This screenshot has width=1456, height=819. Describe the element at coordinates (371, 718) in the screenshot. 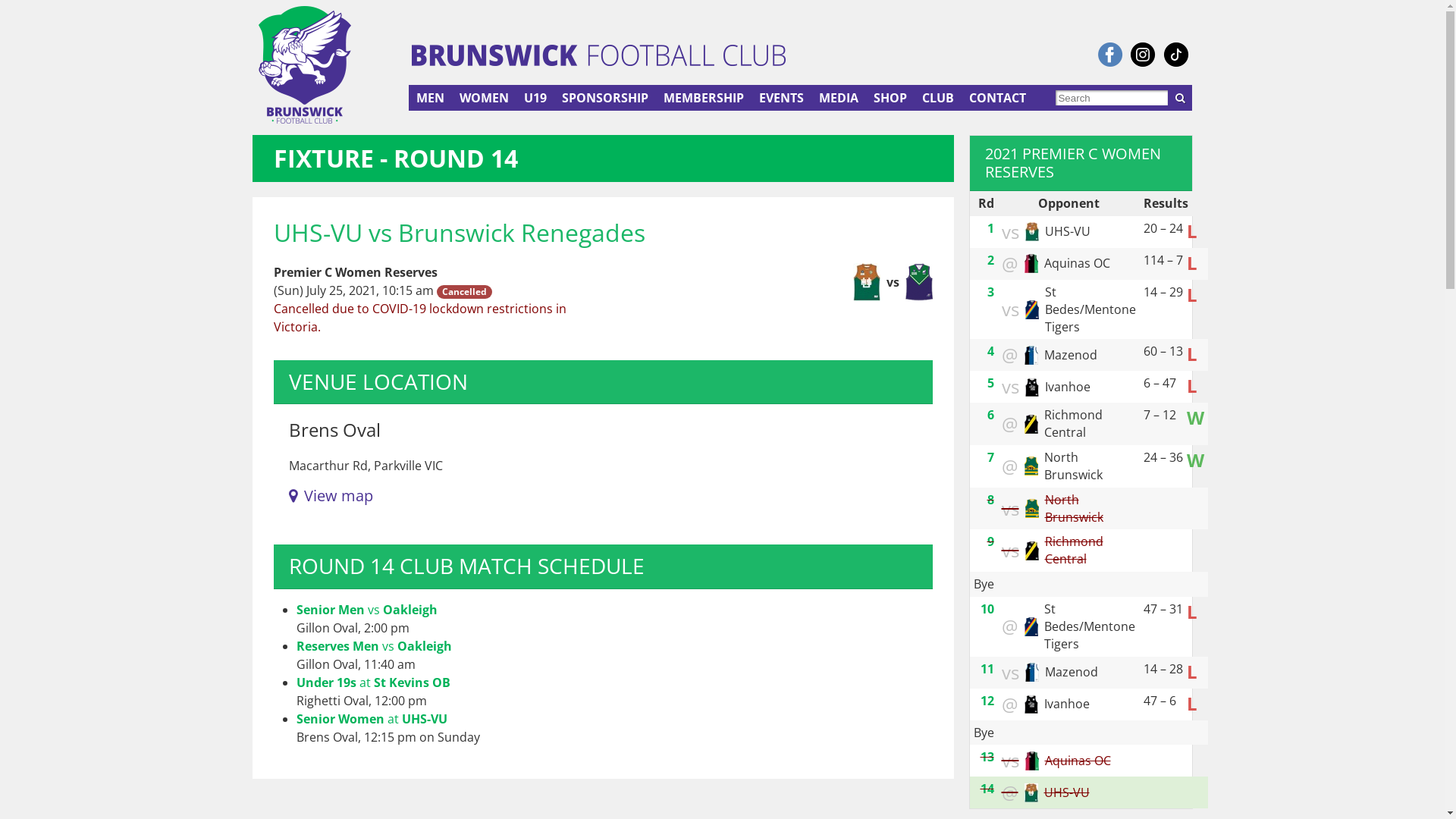

I see `'Senior Women at UHS-VU'` at that location.